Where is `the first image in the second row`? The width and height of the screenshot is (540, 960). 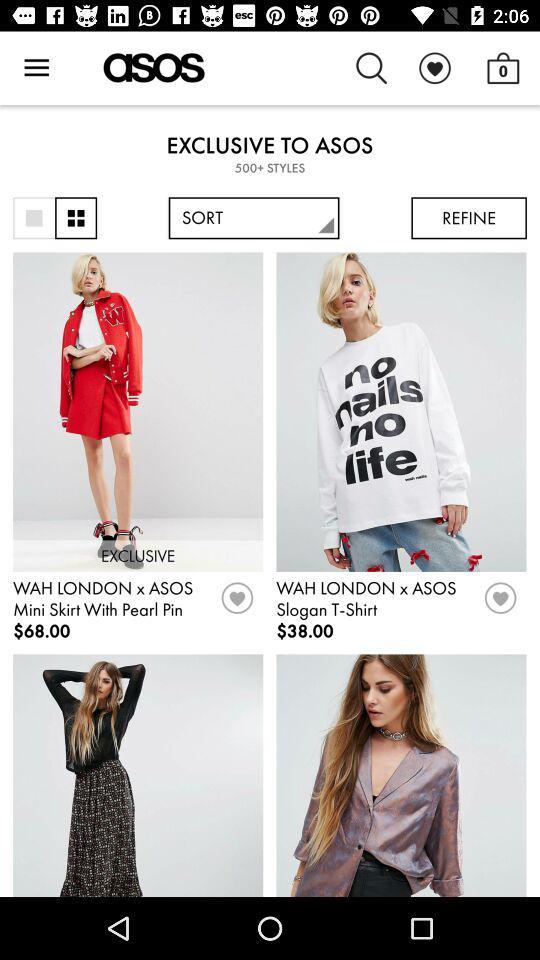
the first image in the second row is located at coordinates (137, 774).